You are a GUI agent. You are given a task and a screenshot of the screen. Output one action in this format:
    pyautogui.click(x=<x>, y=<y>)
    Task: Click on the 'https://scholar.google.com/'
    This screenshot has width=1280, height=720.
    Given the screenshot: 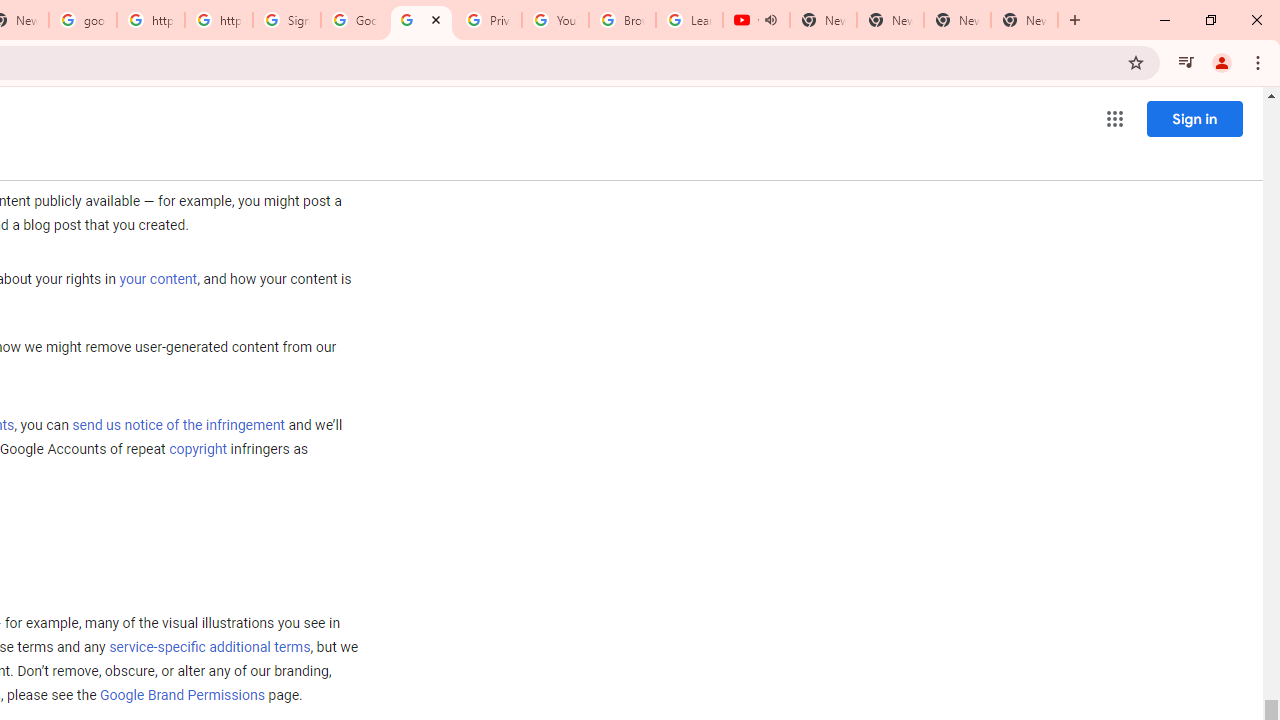 What is the action you would take?
    pyautogui.click(x=150, y=20)
    